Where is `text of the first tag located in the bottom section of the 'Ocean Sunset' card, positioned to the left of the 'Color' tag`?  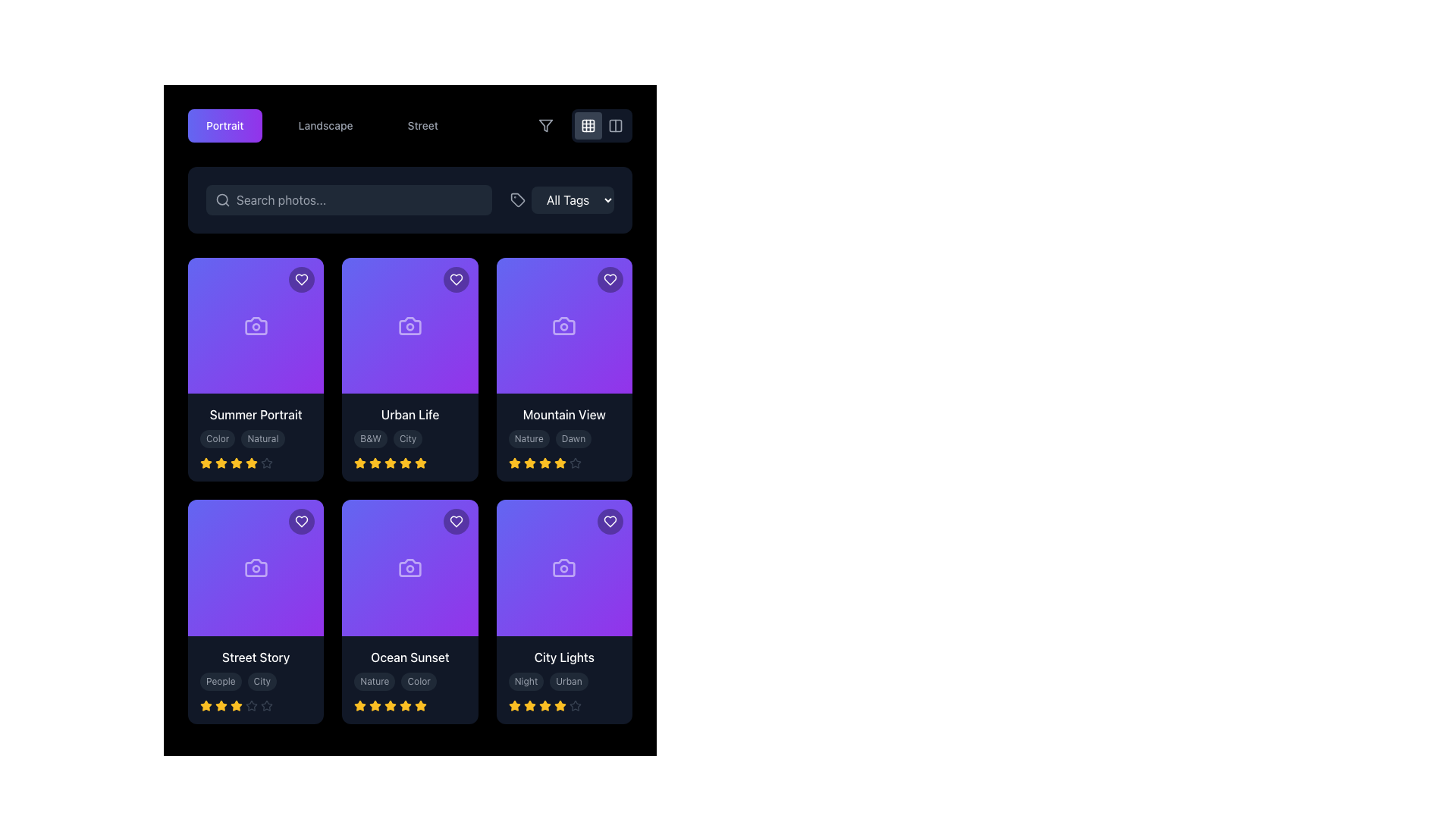 text of the first tag located in the bottom section of the 'Ocean Sunset' card, positioned to the left of the 'Color' tag is located at coordinates (375, 680).